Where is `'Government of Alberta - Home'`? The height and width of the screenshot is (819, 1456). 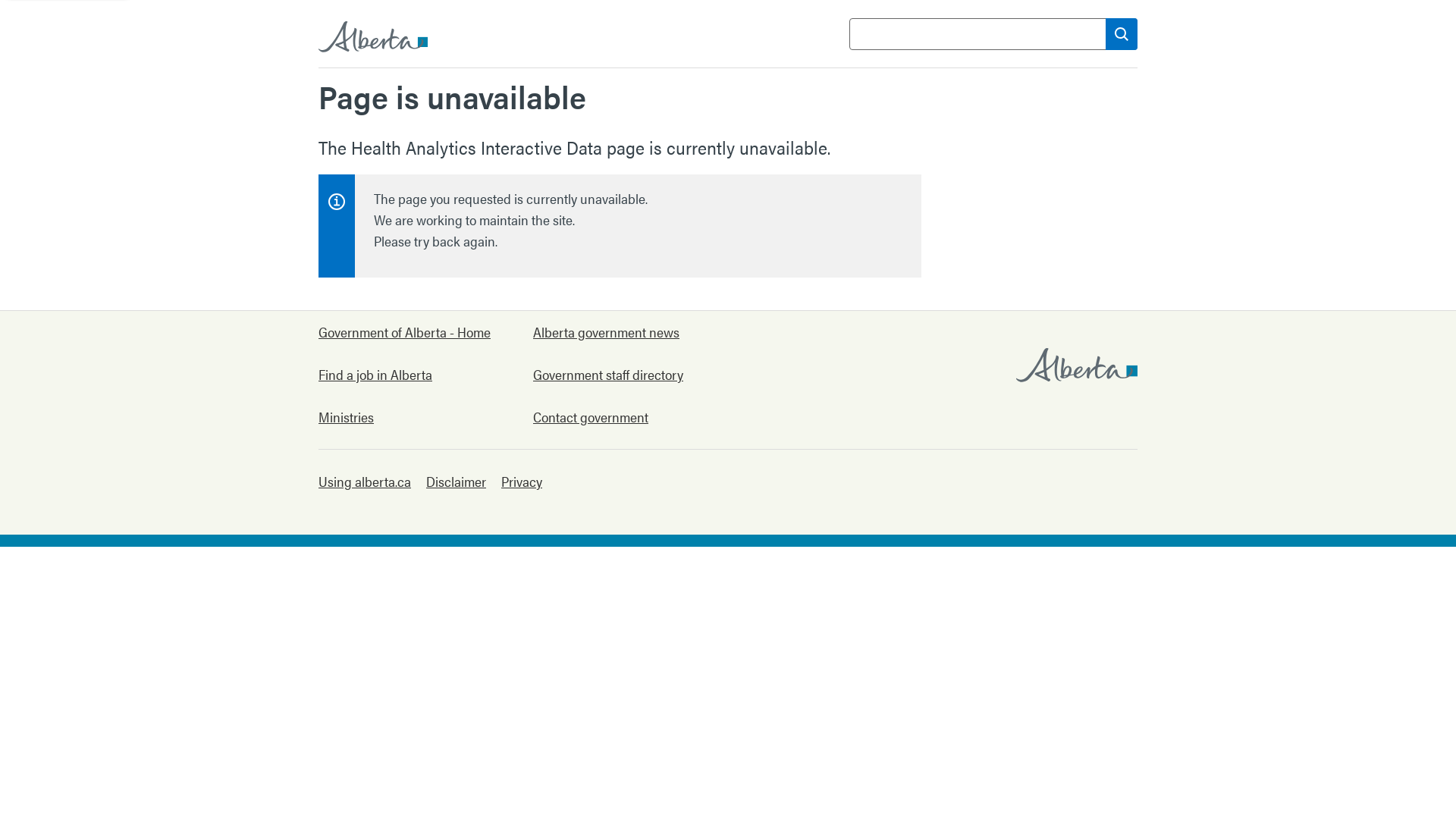
'Government of Alberta - Home' is located at coordinates (318, 331).